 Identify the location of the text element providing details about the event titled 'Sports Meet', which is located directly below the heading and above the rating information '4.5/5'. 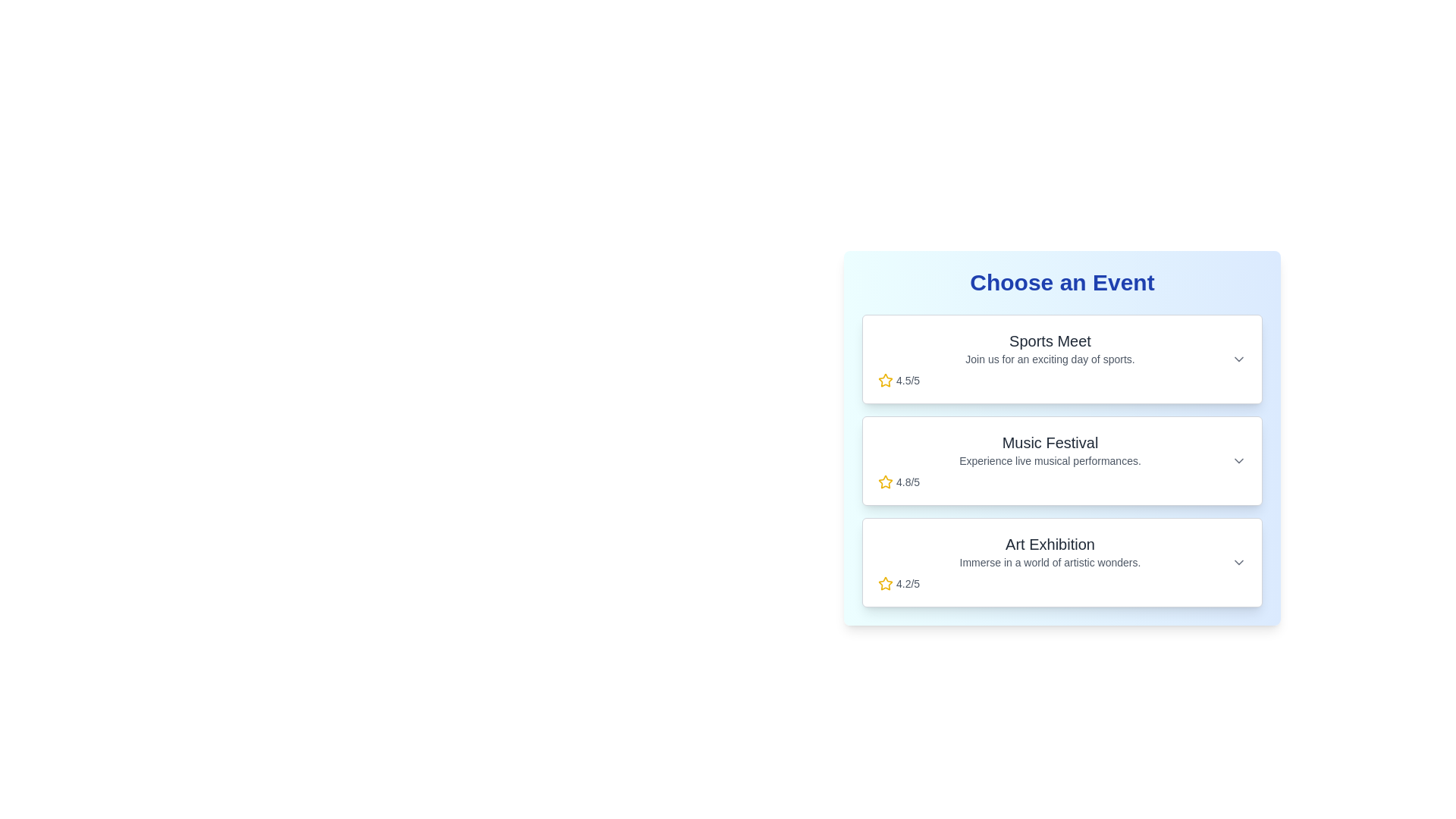
(1050, 359).